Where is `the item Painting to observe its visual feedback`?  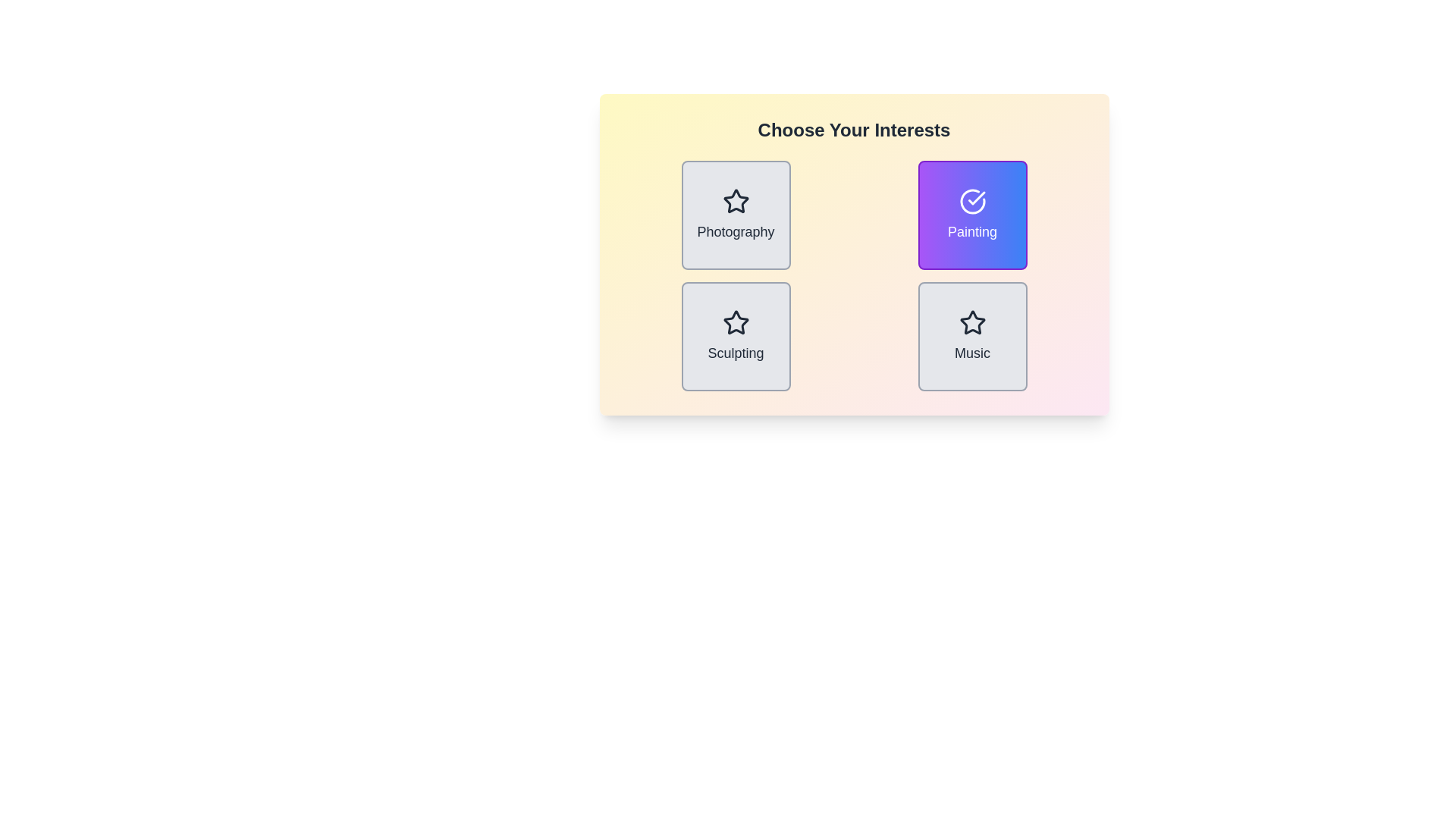 the item Painting to observe its visual feedback is located at coordinates (972, 215).